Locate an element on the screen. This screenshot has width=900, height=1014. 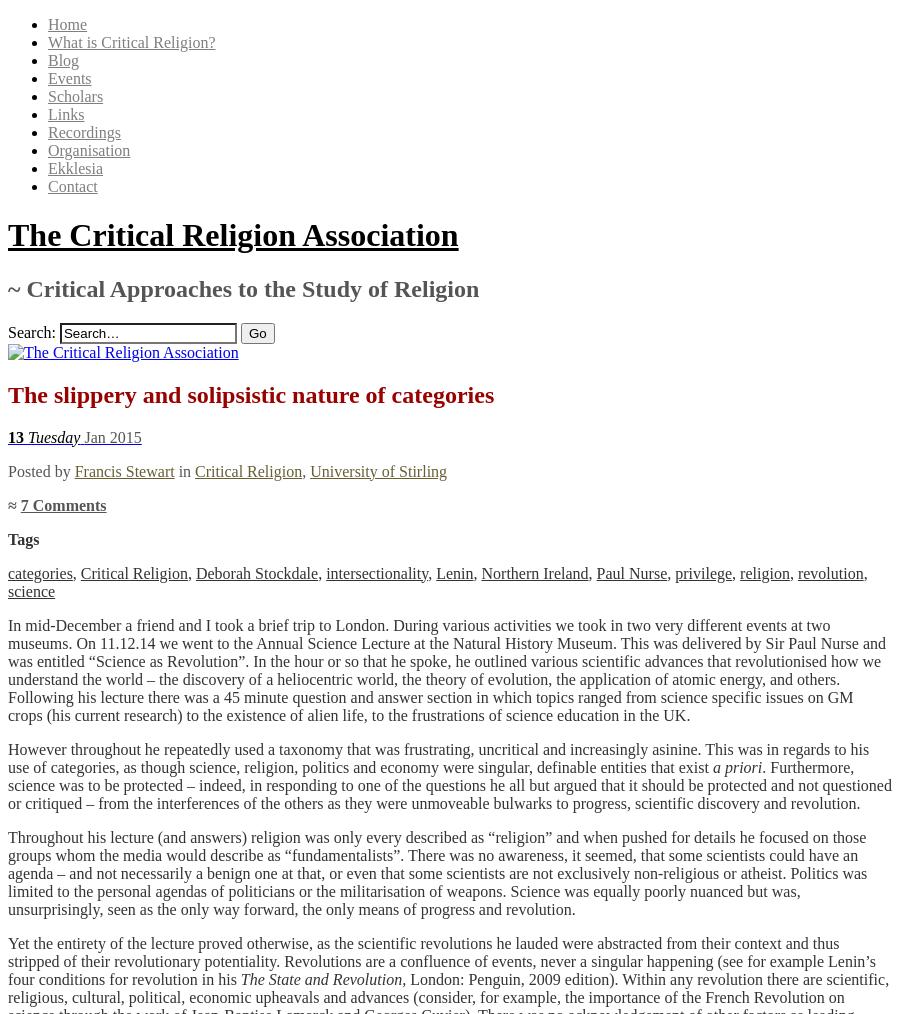
'by' is located at coordinates (62, 470).